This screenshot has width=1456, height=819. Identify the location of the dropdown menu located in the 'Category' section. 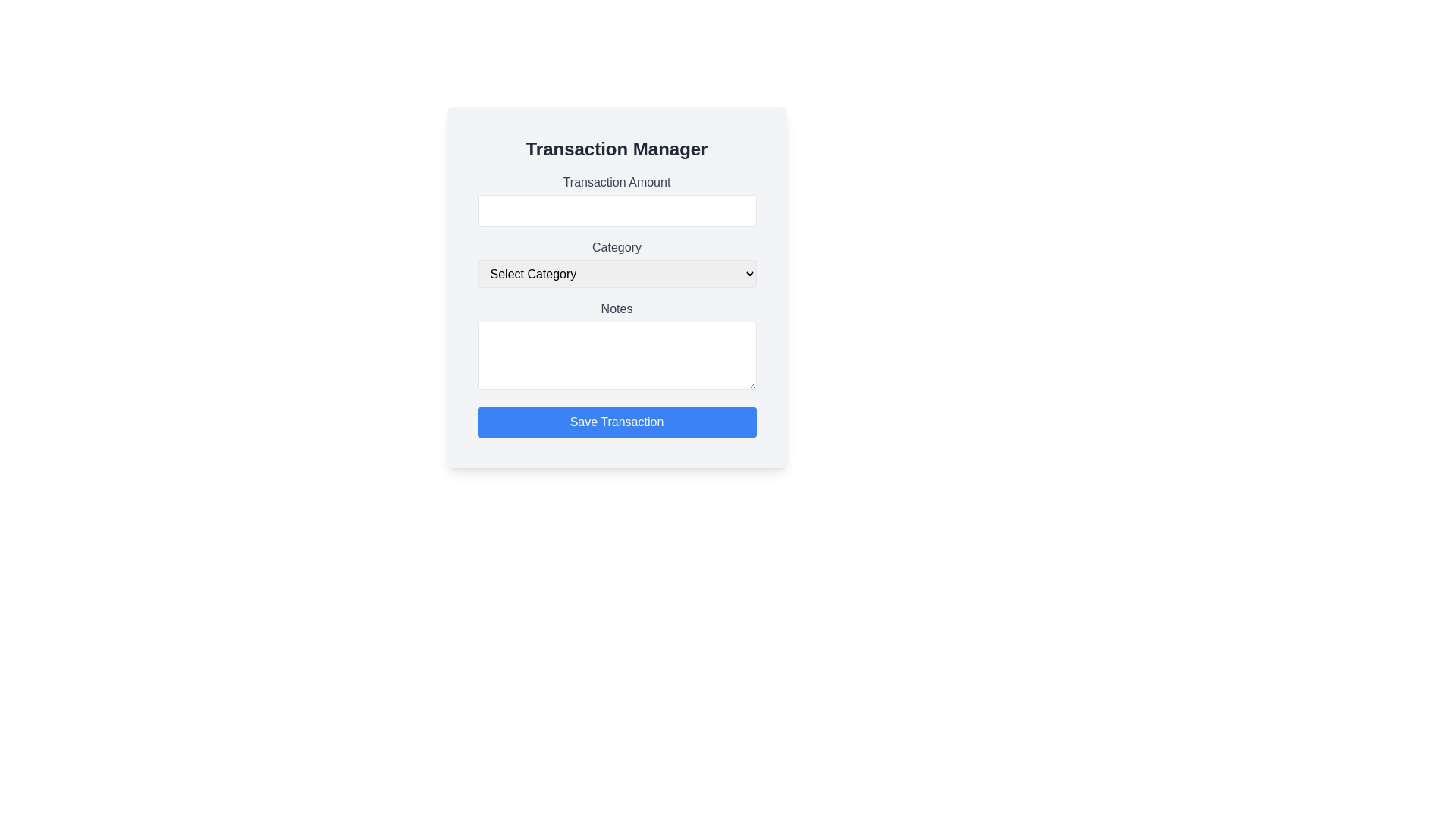
(617, 274).